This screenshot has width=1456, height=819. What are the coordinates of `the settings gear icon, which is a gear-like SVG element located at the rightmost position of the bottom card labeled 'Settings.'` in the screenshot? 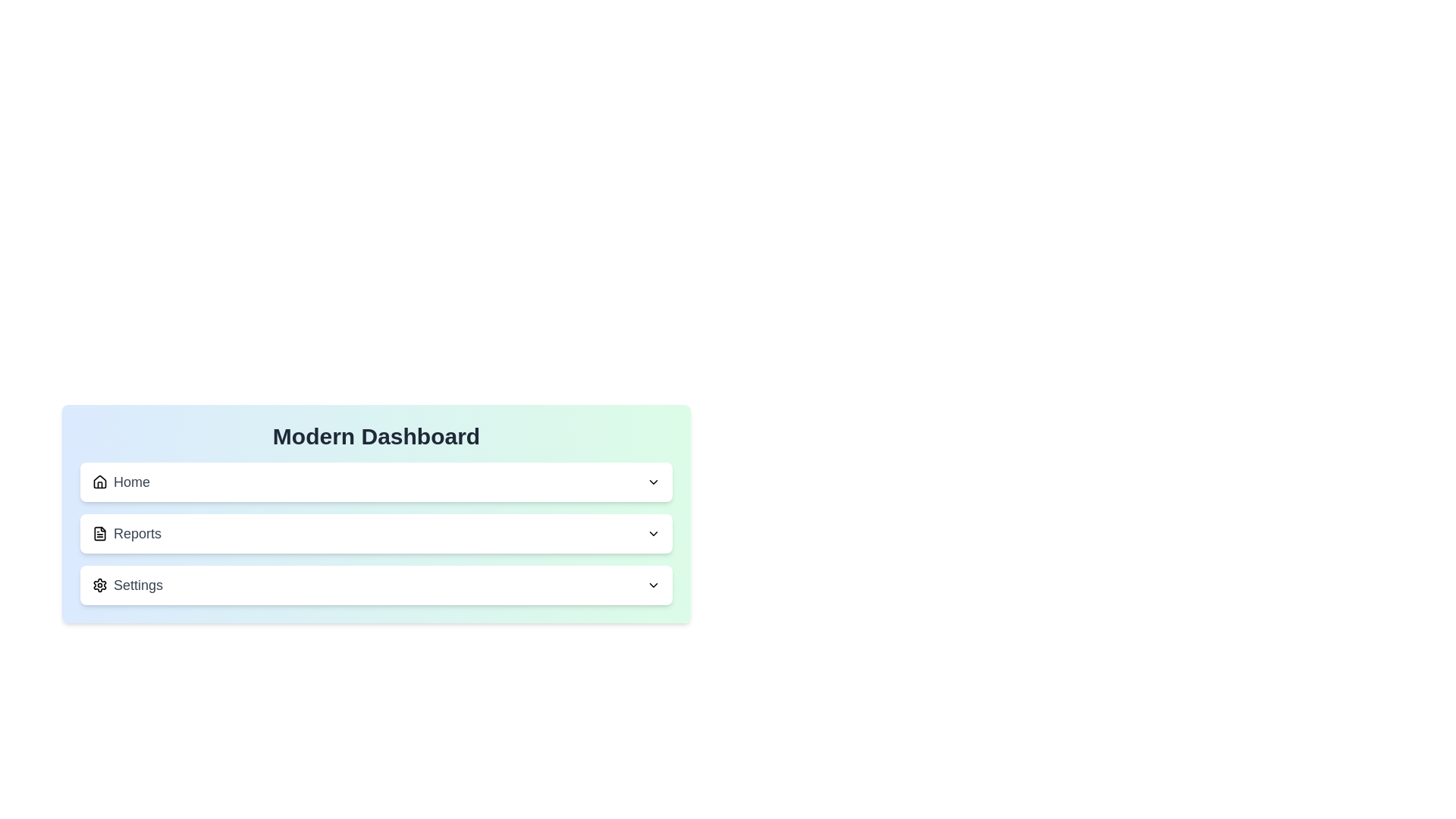 It's located at (99, 584).